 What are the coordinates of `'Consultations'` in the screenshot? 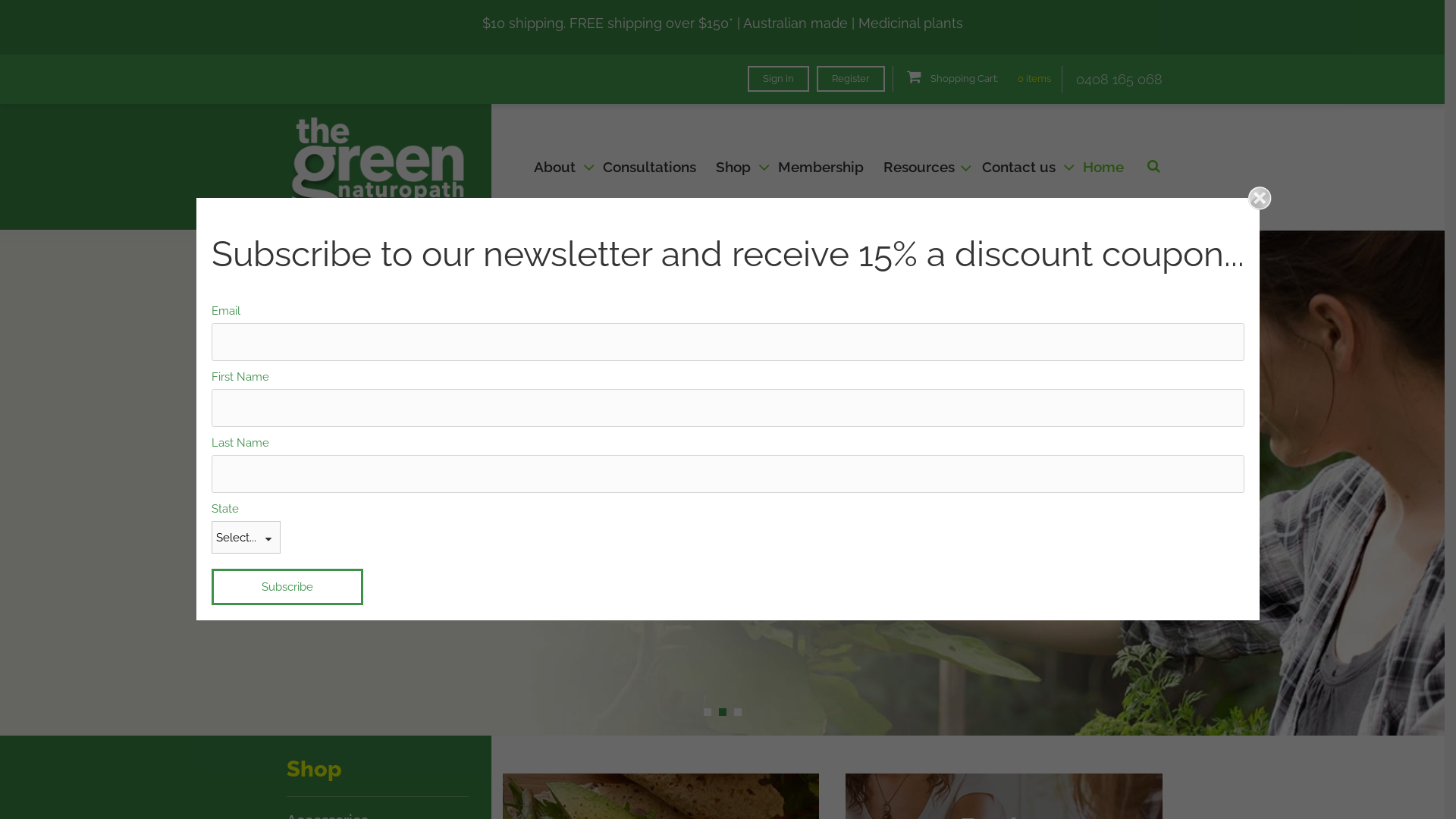 It's located at (649, 166).